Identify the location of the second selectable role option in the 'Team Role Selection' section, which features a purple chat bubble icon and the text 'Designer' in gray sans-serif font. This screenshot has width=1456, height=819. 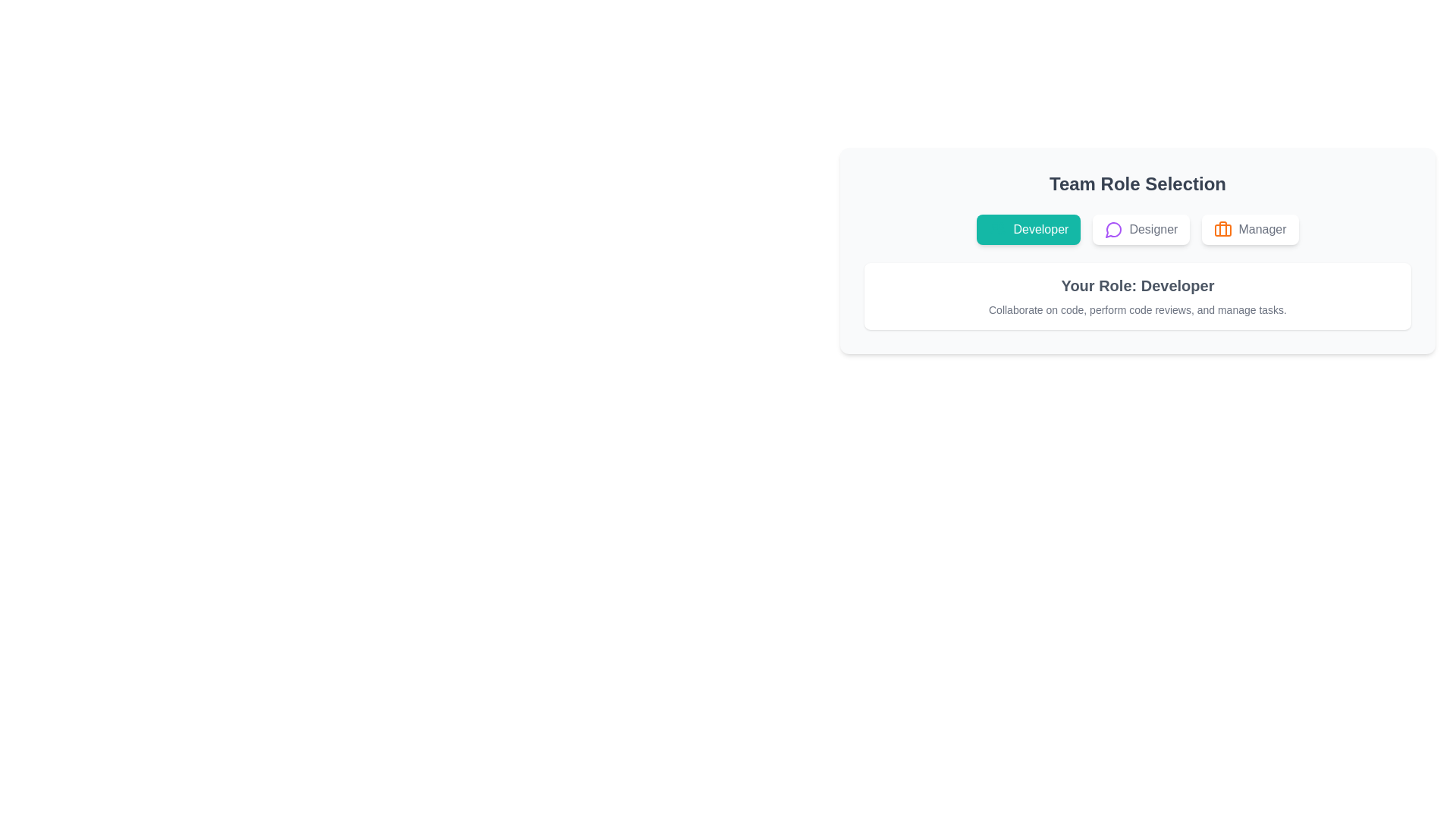
(1141, 230).